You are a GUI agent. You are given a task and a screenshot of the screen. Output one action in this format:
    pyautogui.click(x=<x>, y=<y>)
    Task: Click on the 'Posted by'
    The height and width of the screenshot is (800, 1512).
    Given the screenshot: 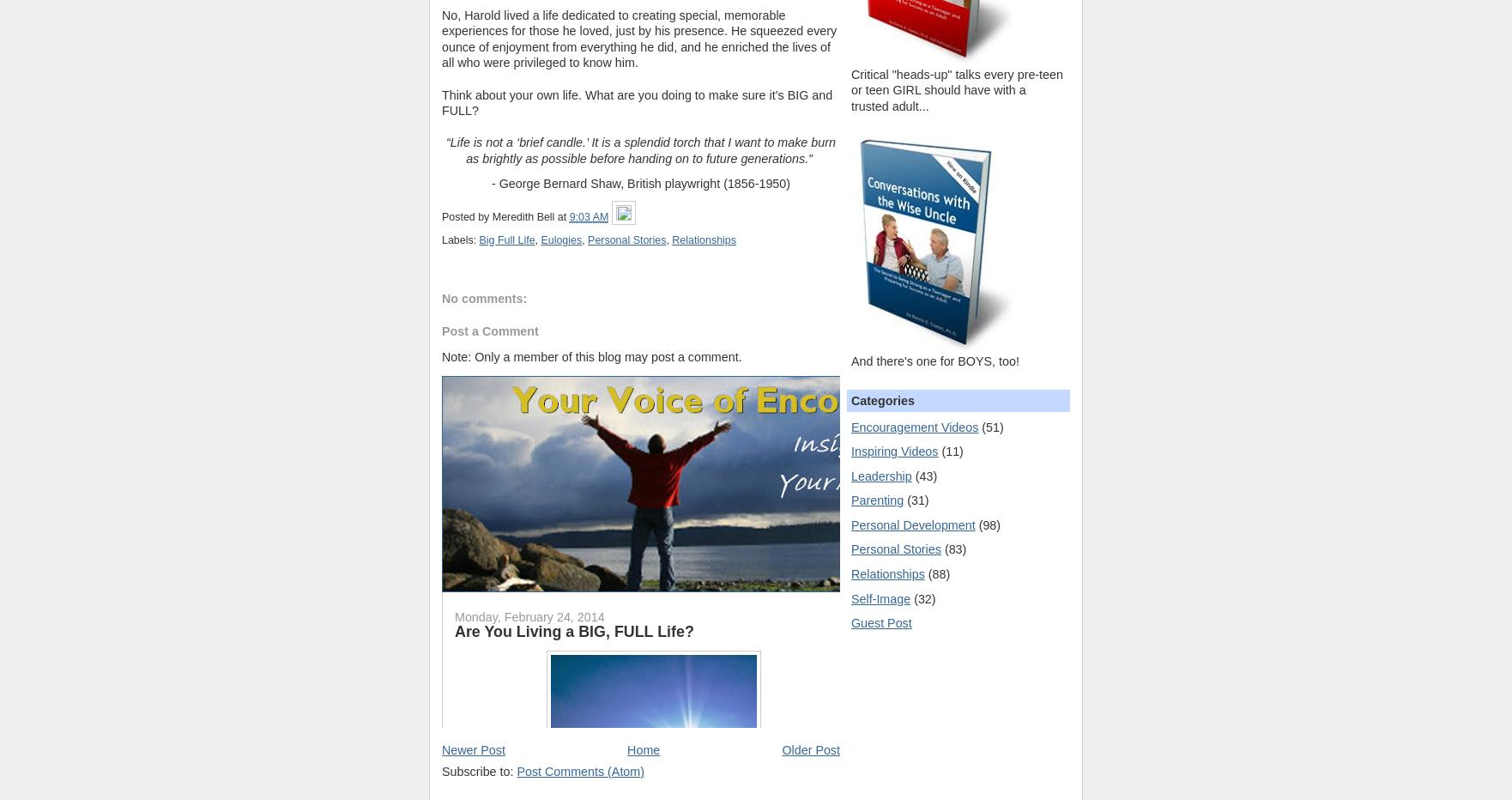 What is the action you would take?
    pyautogui.click(x=441, y=216)
    